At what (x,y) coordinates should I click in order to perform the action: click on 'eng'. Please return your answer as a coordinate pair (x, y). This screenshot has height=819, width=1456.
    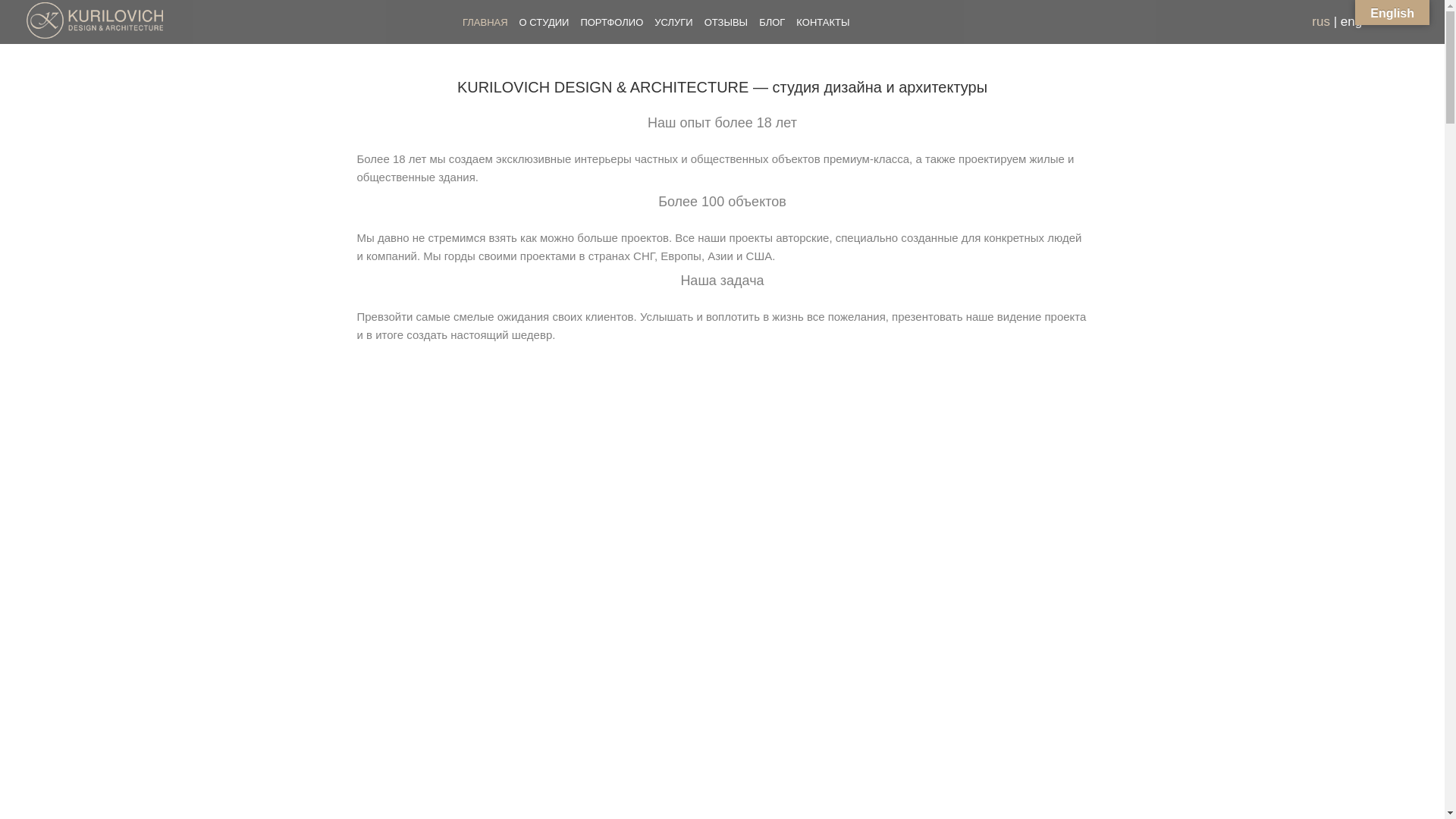
    Looking at the image, I should click on (1351, 21).